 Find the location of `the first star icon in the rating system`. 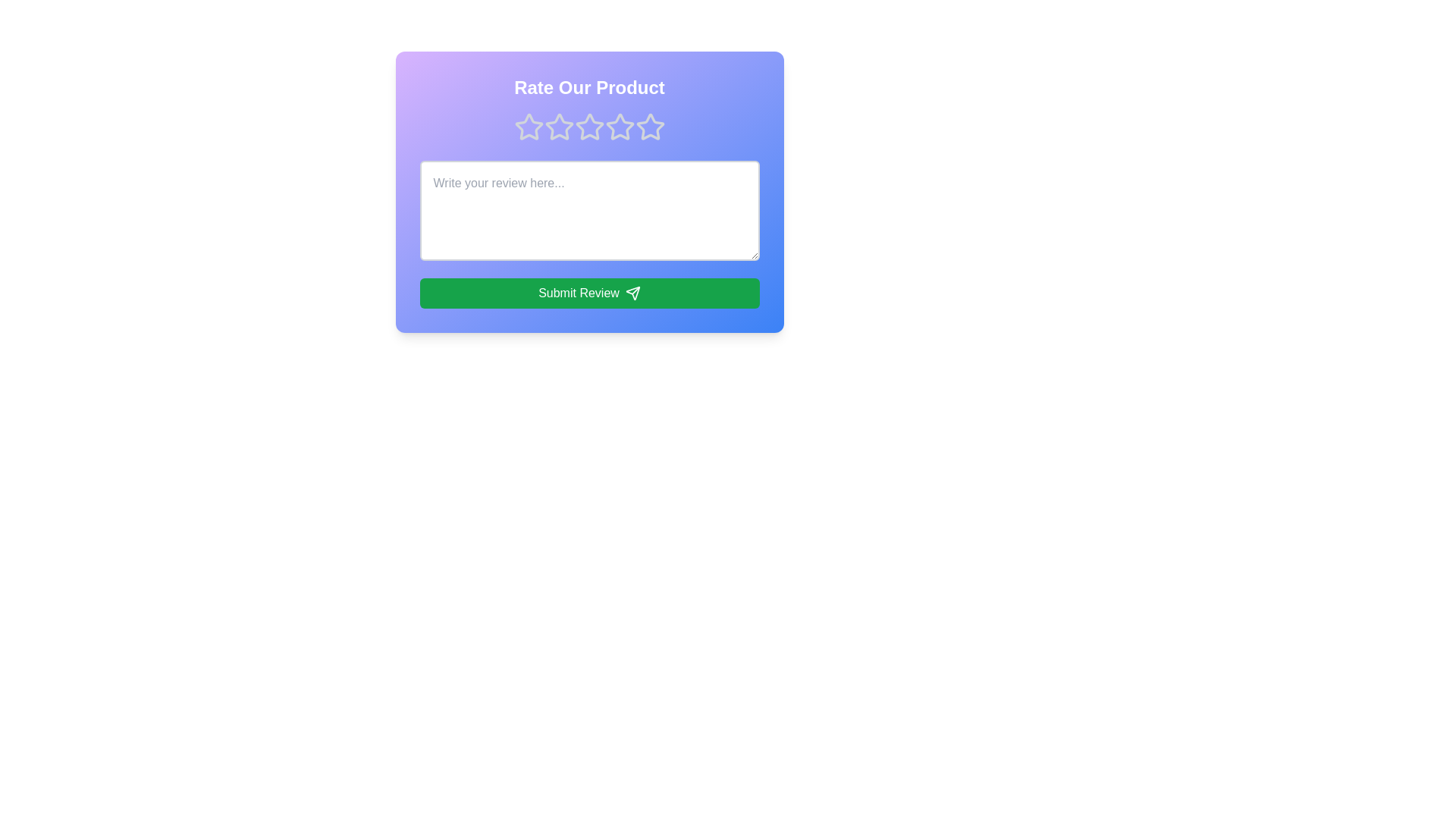

the first star icon in the rating system is located at coordinates (529, 127).